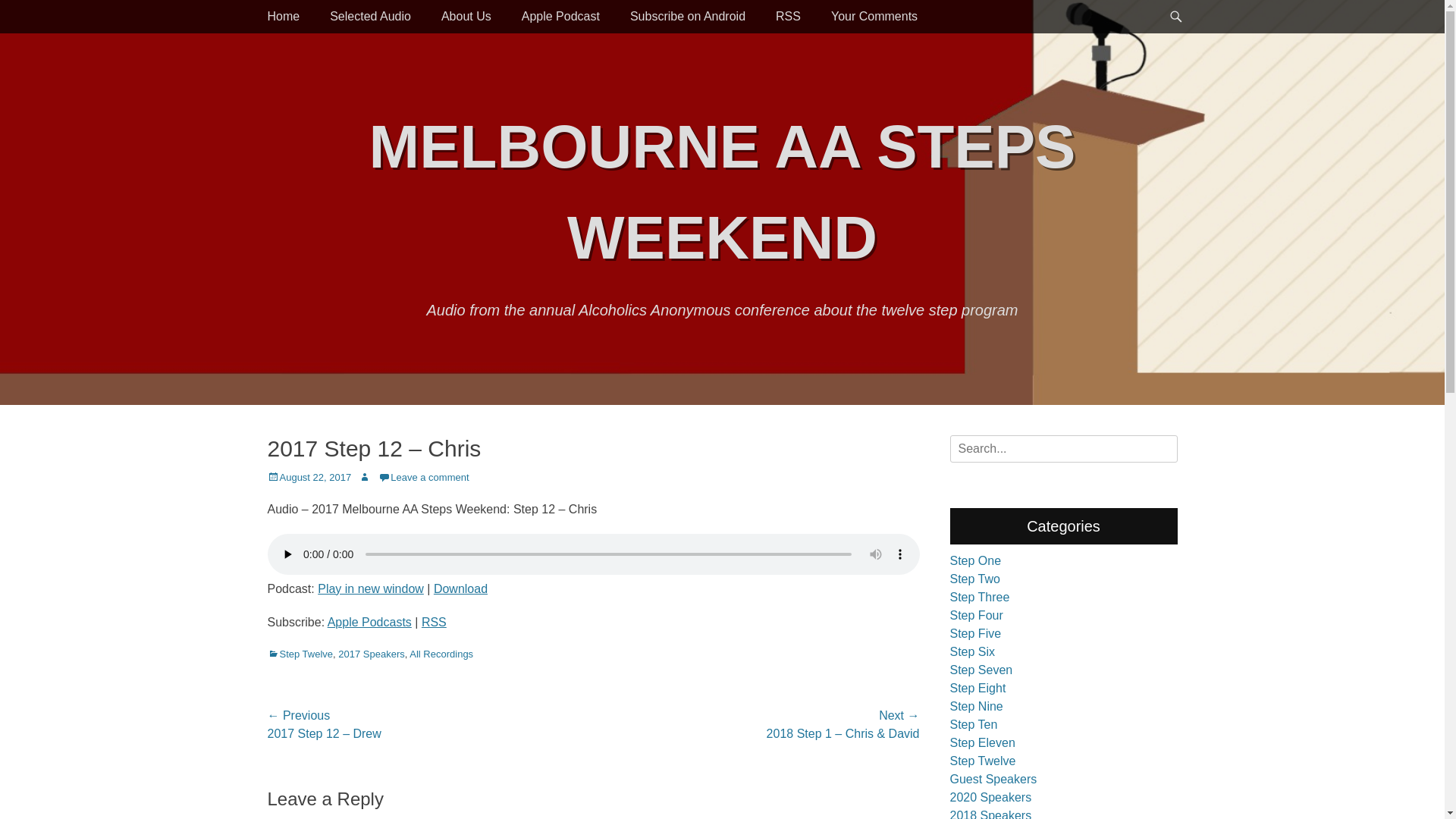 Image resolution: width=1456 pixels, height=819 pixels. Describe the element at coordinates (874, 17) in the screenshot. I see `'Your Comments'` at that location.